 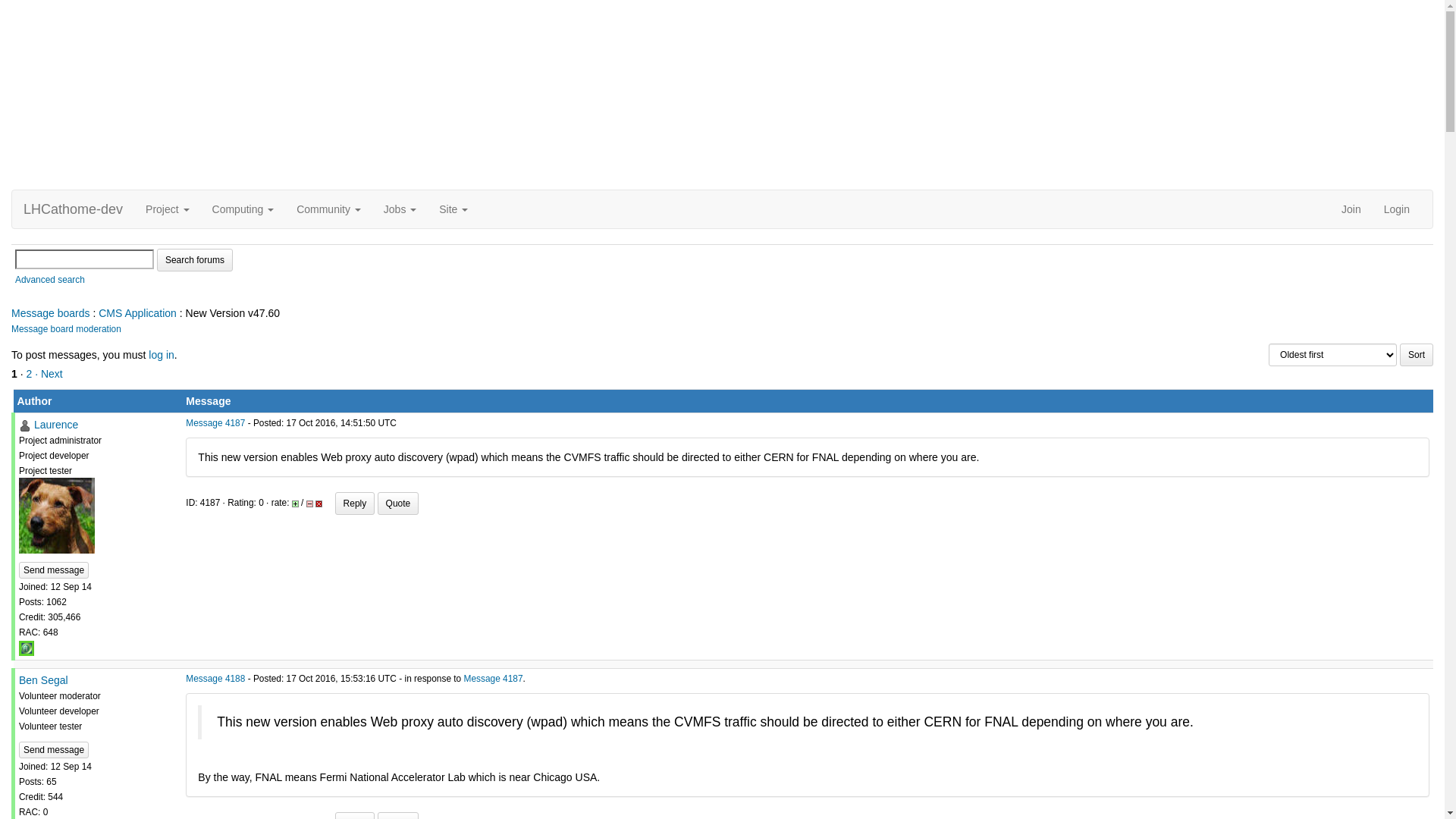 I want to click on 'View the profile of Laurence', so click(x=25, y=425).